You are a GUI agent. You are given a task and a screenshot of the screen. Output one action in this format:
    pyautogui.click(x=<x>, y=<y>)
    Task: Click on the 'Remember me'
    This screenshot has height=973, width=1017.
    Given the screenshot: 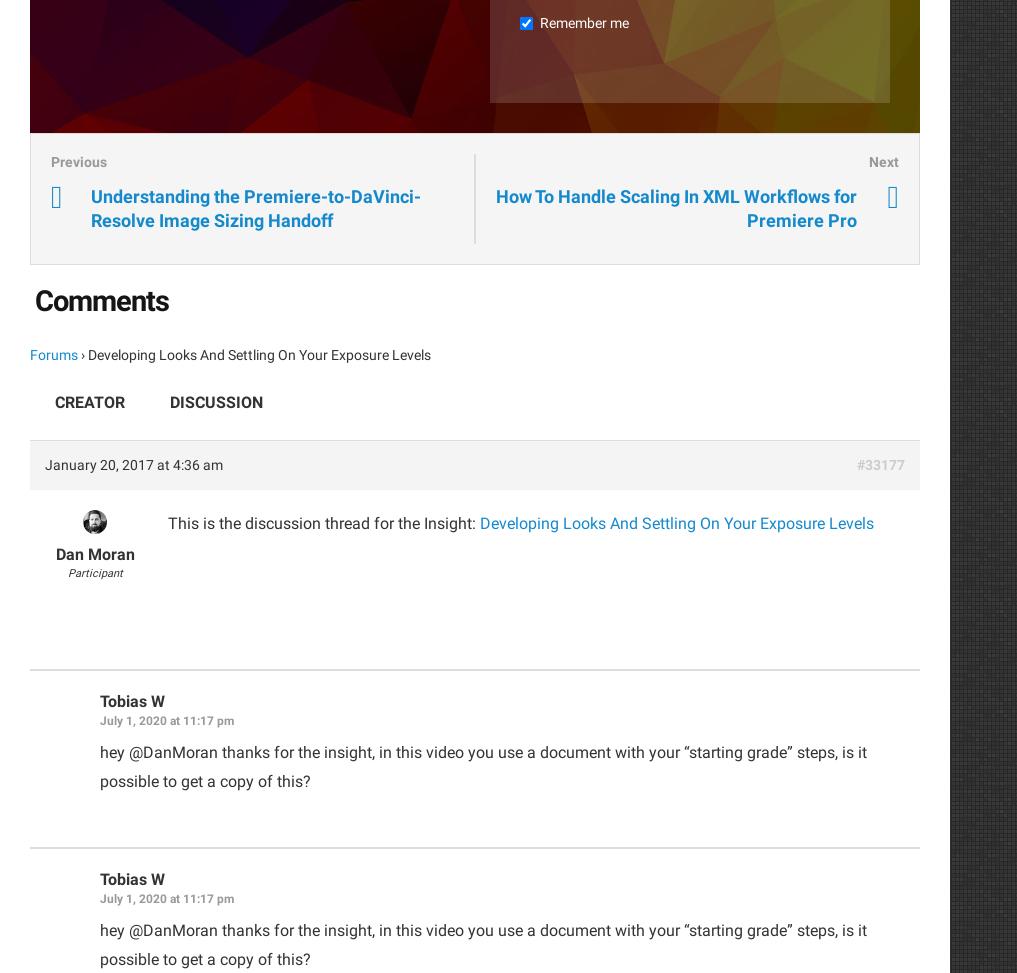 What is the action you would take?
    pyautogui.click(x=583, y=21)
    